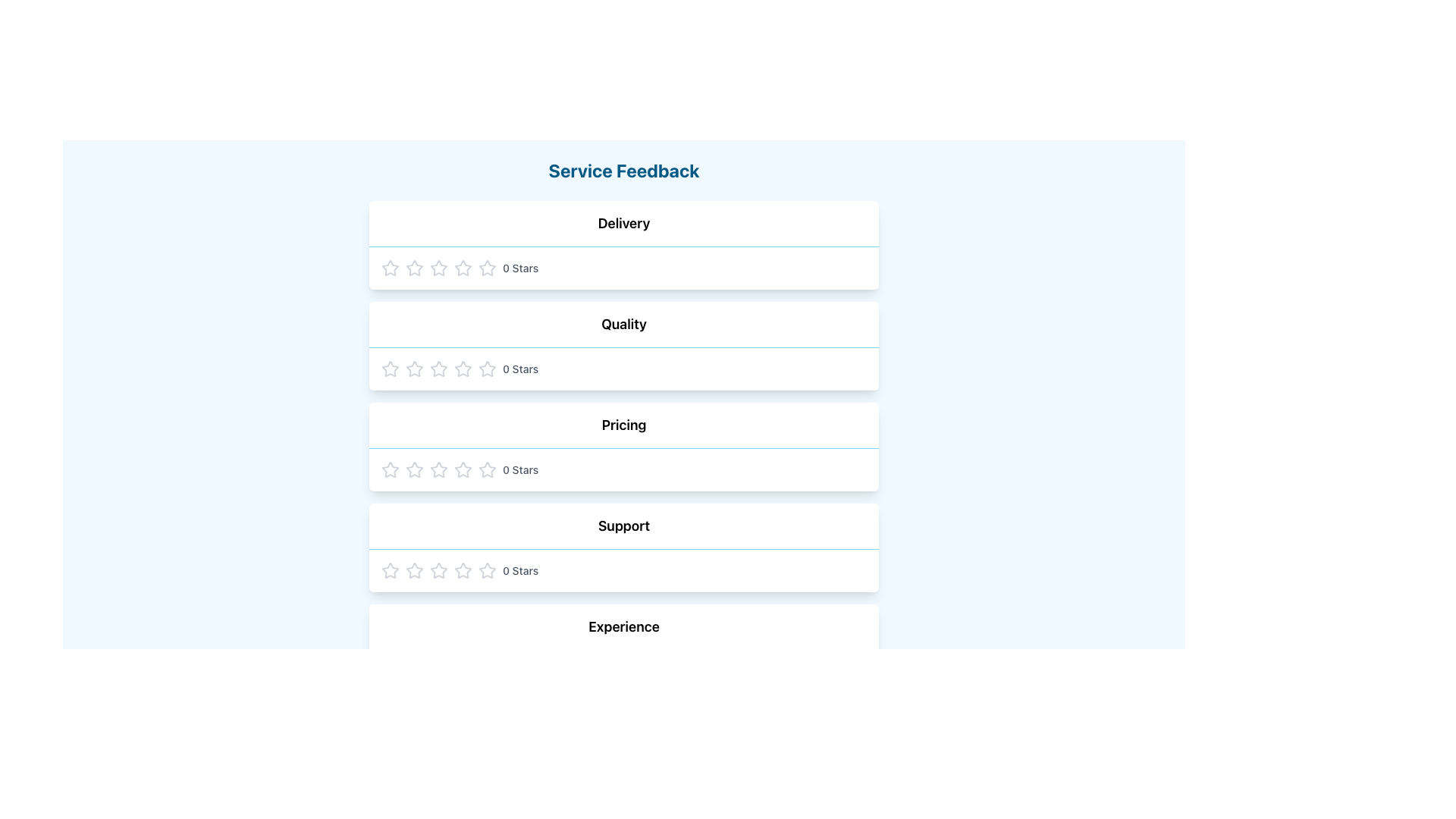  What do you see at coordinates (462, 469) in the screenshot?
I see `to select the third star icon in the rating sequence under the 'Pricing' category` at bounding box center [462, 469].